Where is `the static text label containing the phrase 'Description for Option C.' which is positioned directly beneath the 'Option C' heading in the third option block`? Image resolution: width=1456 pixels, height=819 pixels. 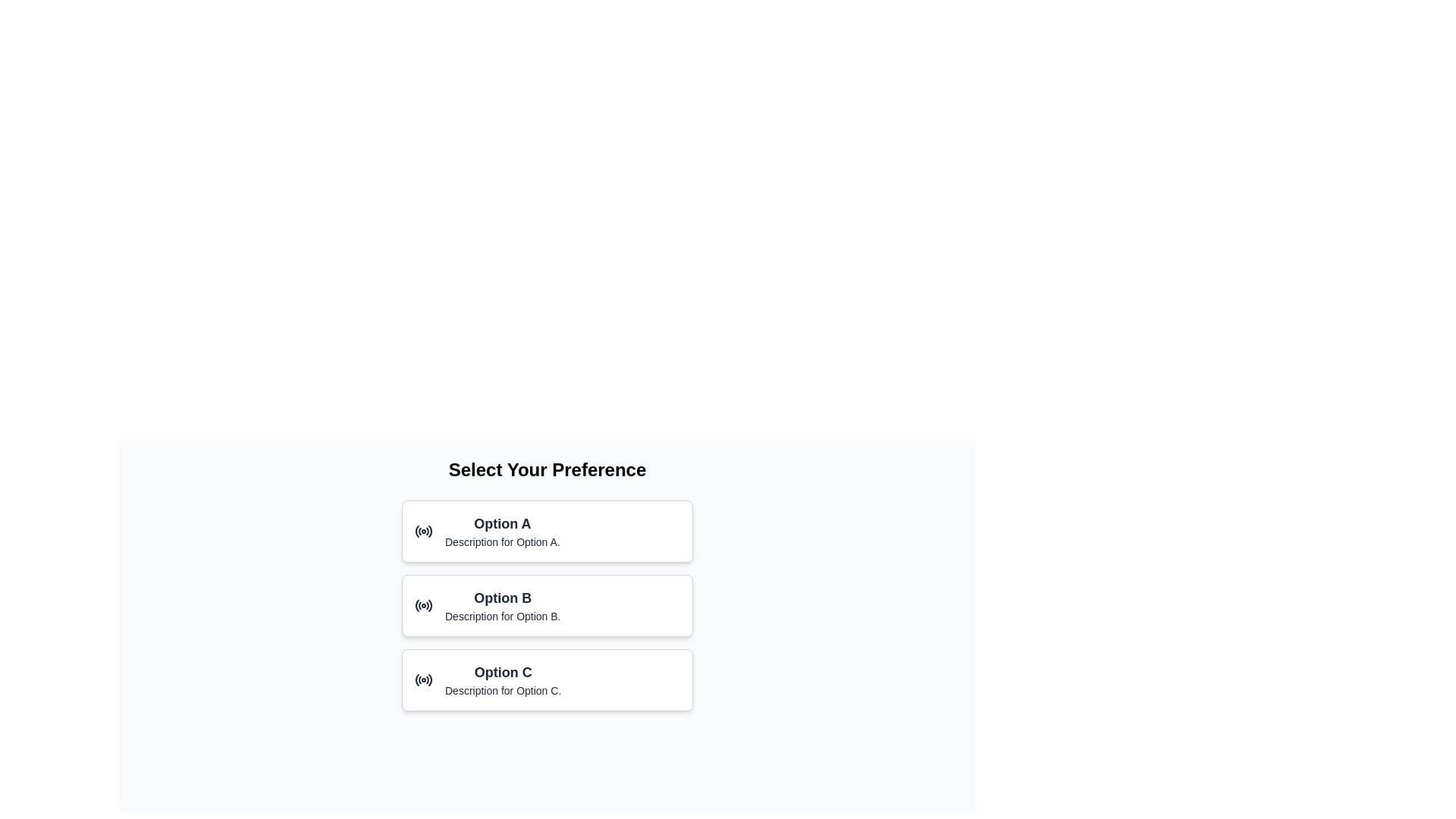
the static text label containing the phrase 'Description for Option C.' which is positioned directly beneath the 'Option C' heading in the third option block is located at coordinates (503, 690).